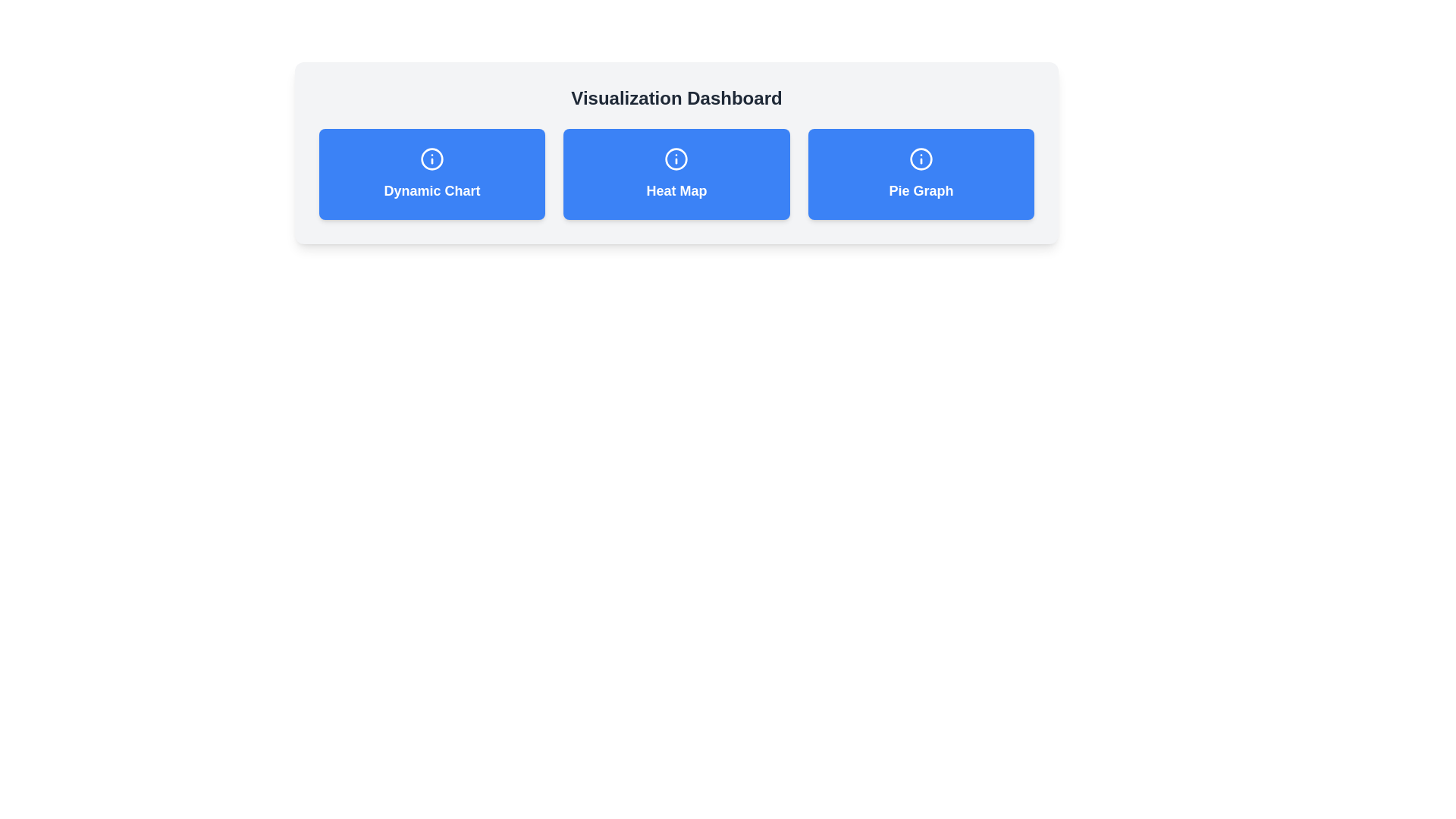 The height and width of the screenshot is (819, 1456). What do you see at coordinates (920, 190) in the screenshot?
I see `the text label that serves as a descriptive title for the Pie Graph visualization, located at the bottom of the blue rectangle` at bounding box center [920, 190].